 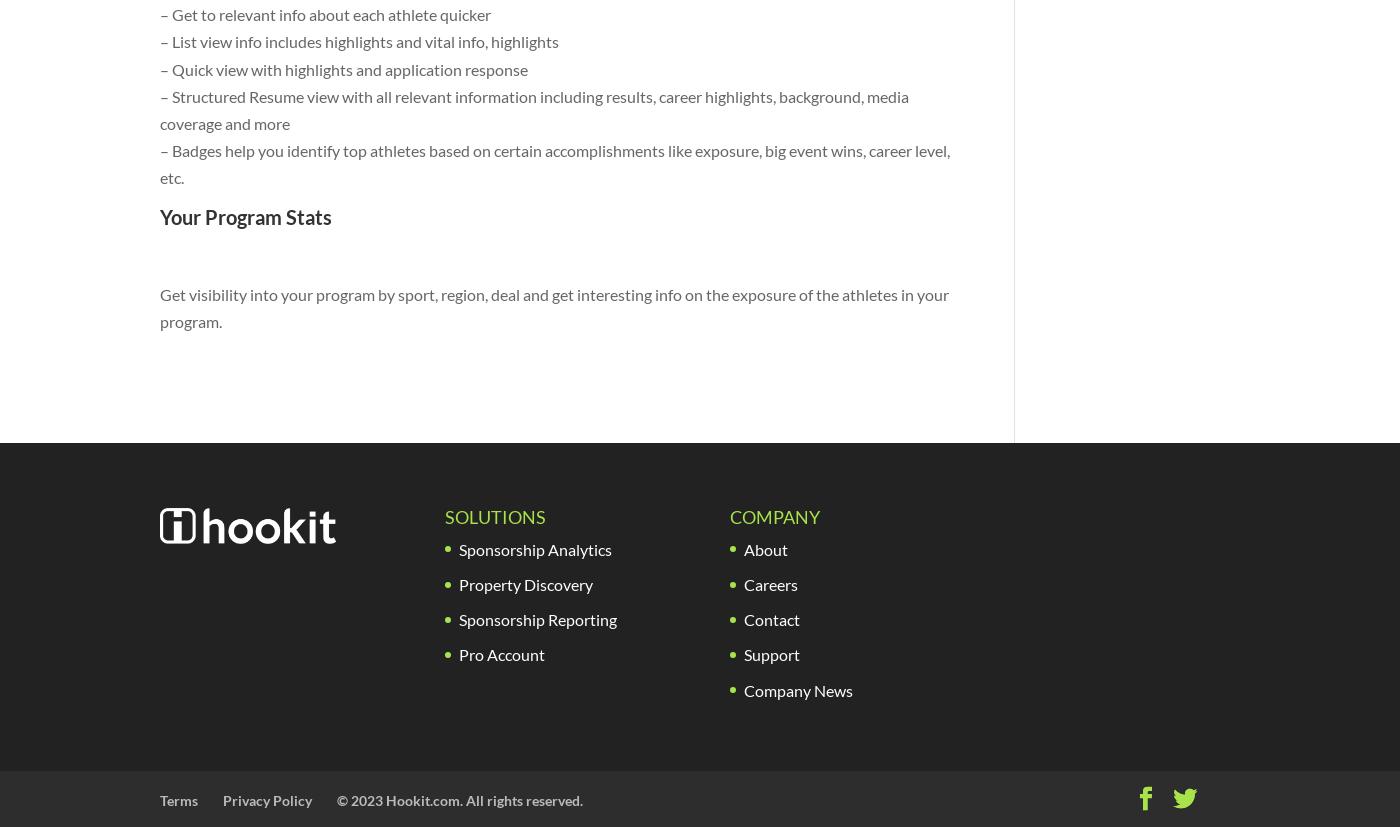 I want to click on 'Careers', so click(x=770, y=583).